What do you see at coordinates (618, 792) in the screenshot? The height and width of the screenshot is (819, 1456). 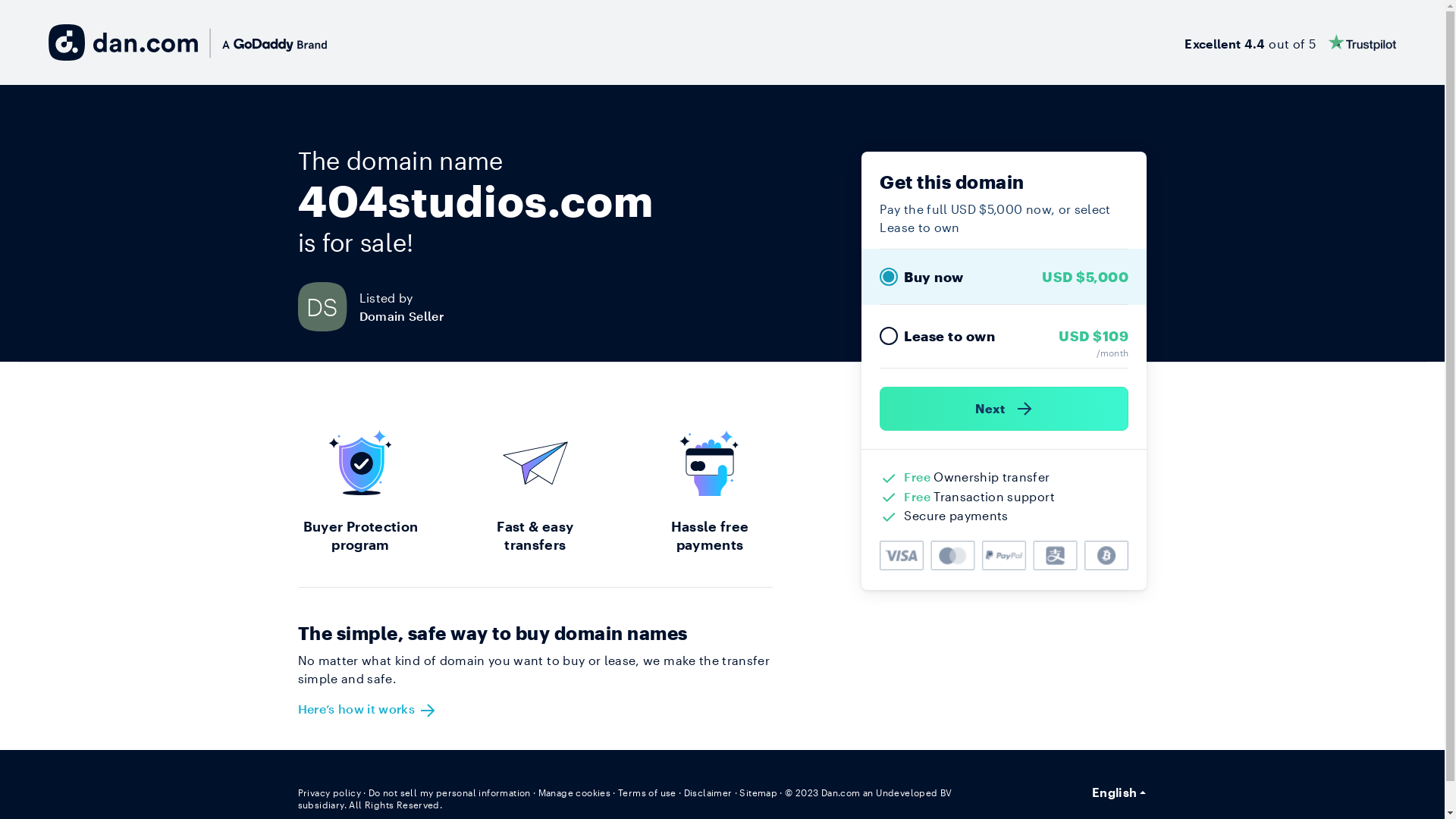 I see `'Terms of use'` at bounding box center [618, 792].